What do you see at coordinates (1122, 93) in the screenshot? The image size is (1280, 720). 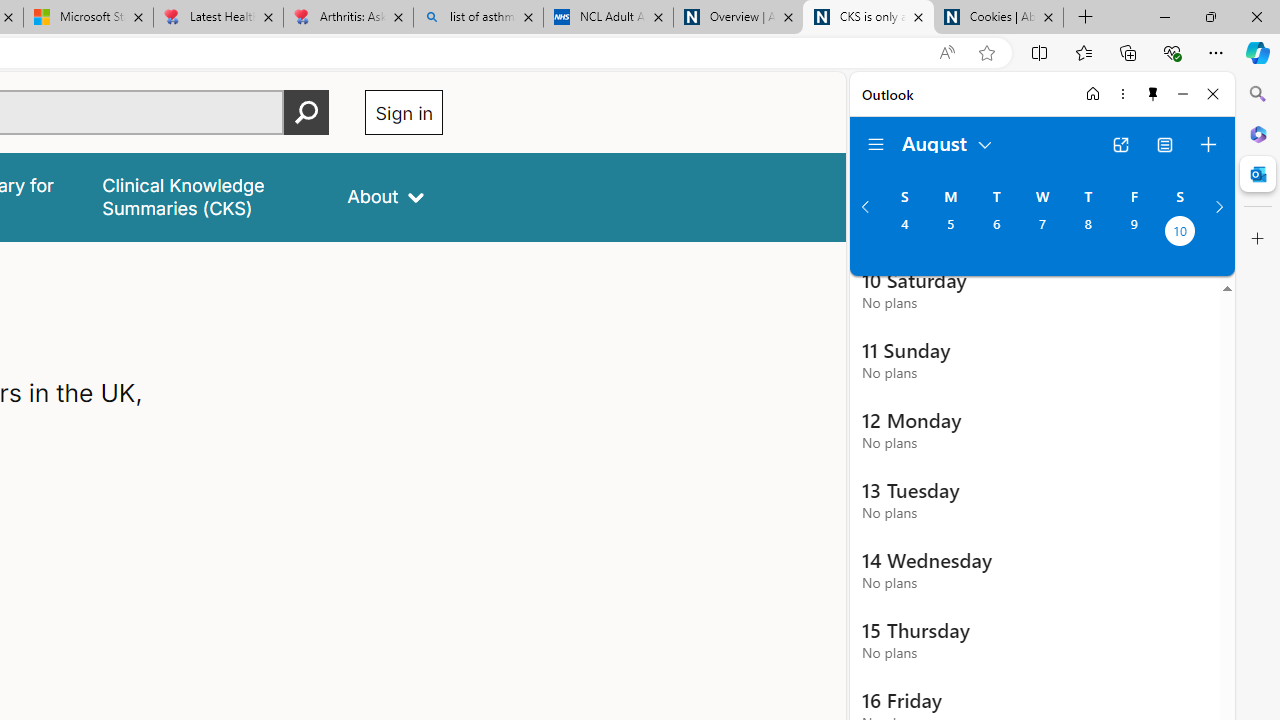 I see `'More options'` at bounding box center [1122, 93].